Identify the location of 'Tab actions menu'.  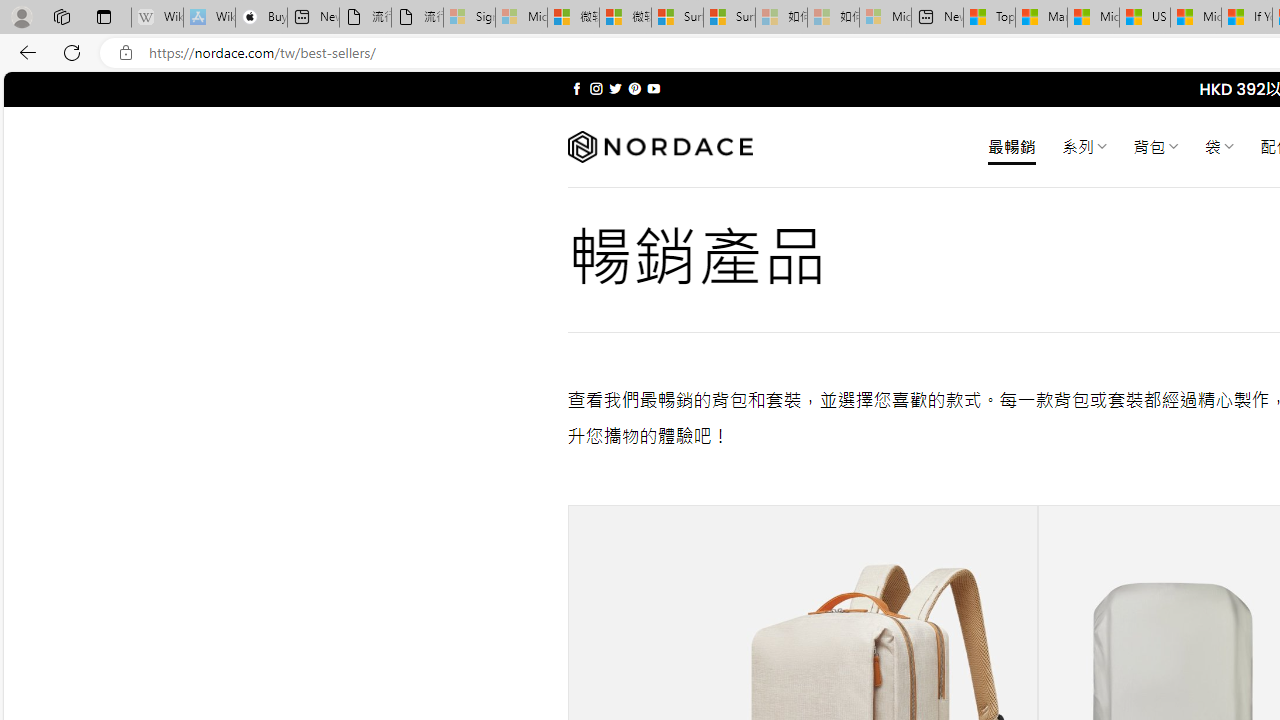
(103, 16).